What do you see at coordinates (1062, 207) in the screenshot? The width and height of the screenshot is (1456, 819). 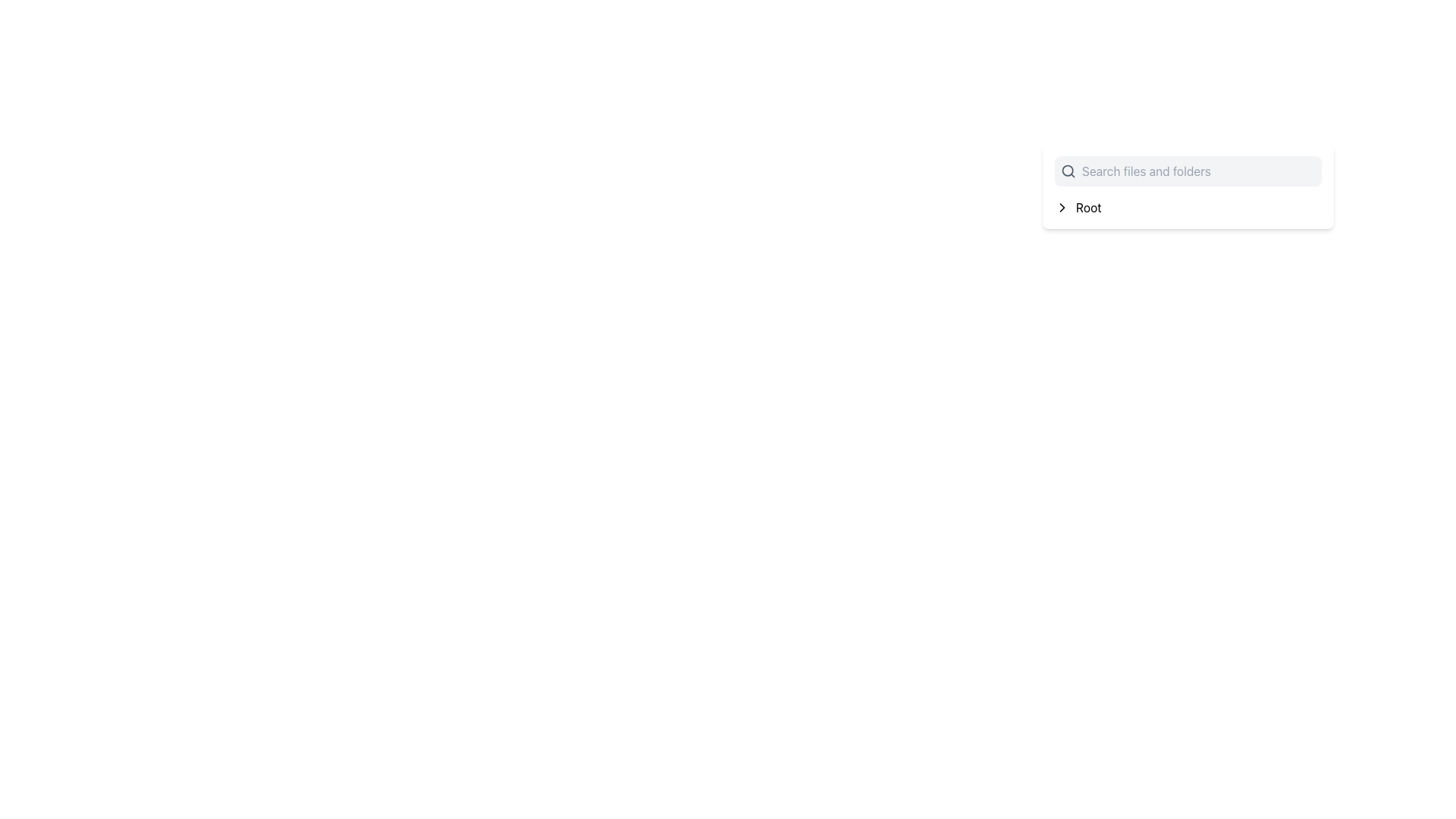 I see `the chevron icon located to the left of the text 'Root'` at bounding box center [1062, 207].